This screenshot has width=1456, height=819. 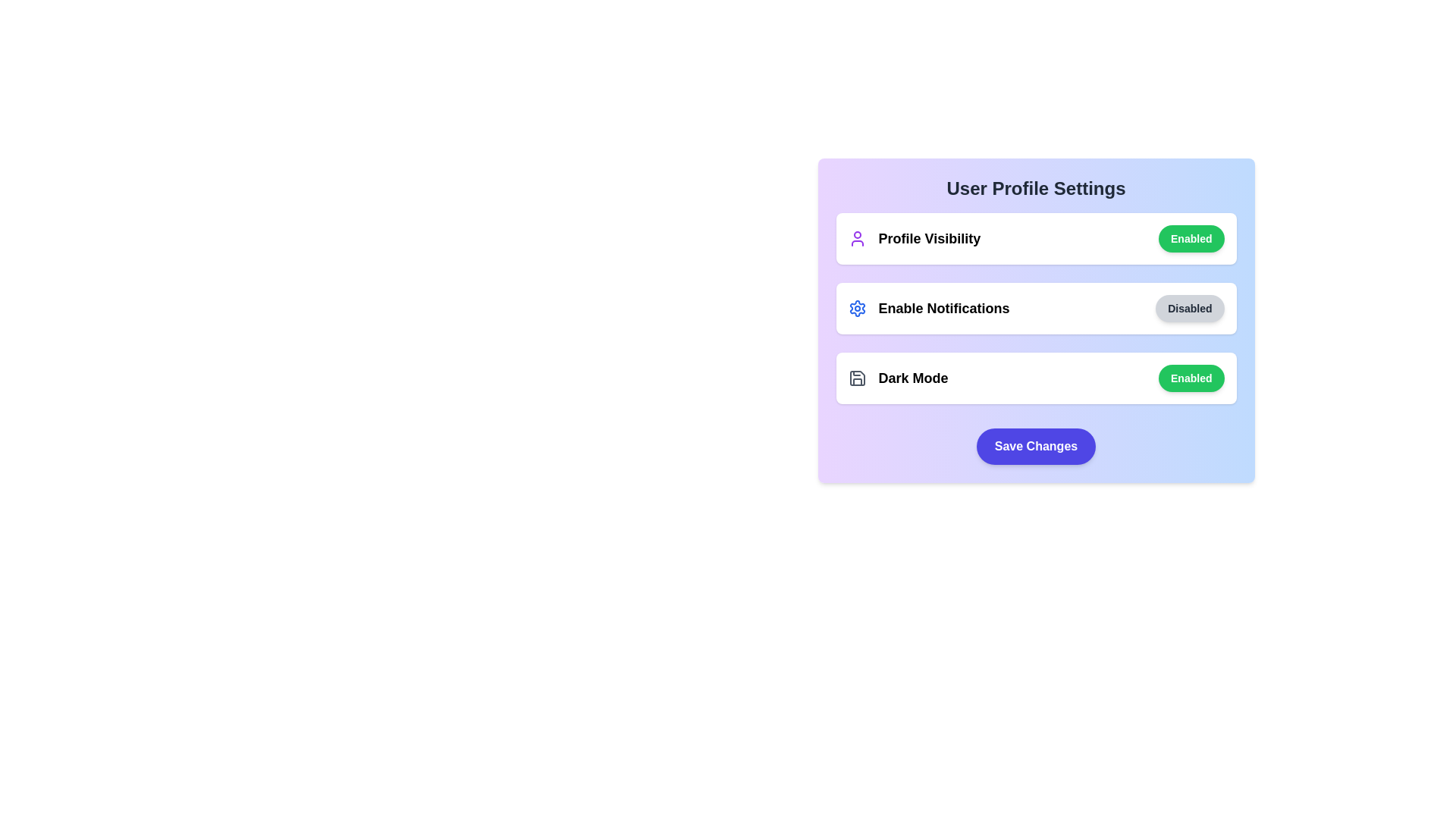 What do you see at coordinates (1035, 377) in the screenshot?
I see `the Dark Mode section to observe visual feedback` at bounding box center [1035, 377].